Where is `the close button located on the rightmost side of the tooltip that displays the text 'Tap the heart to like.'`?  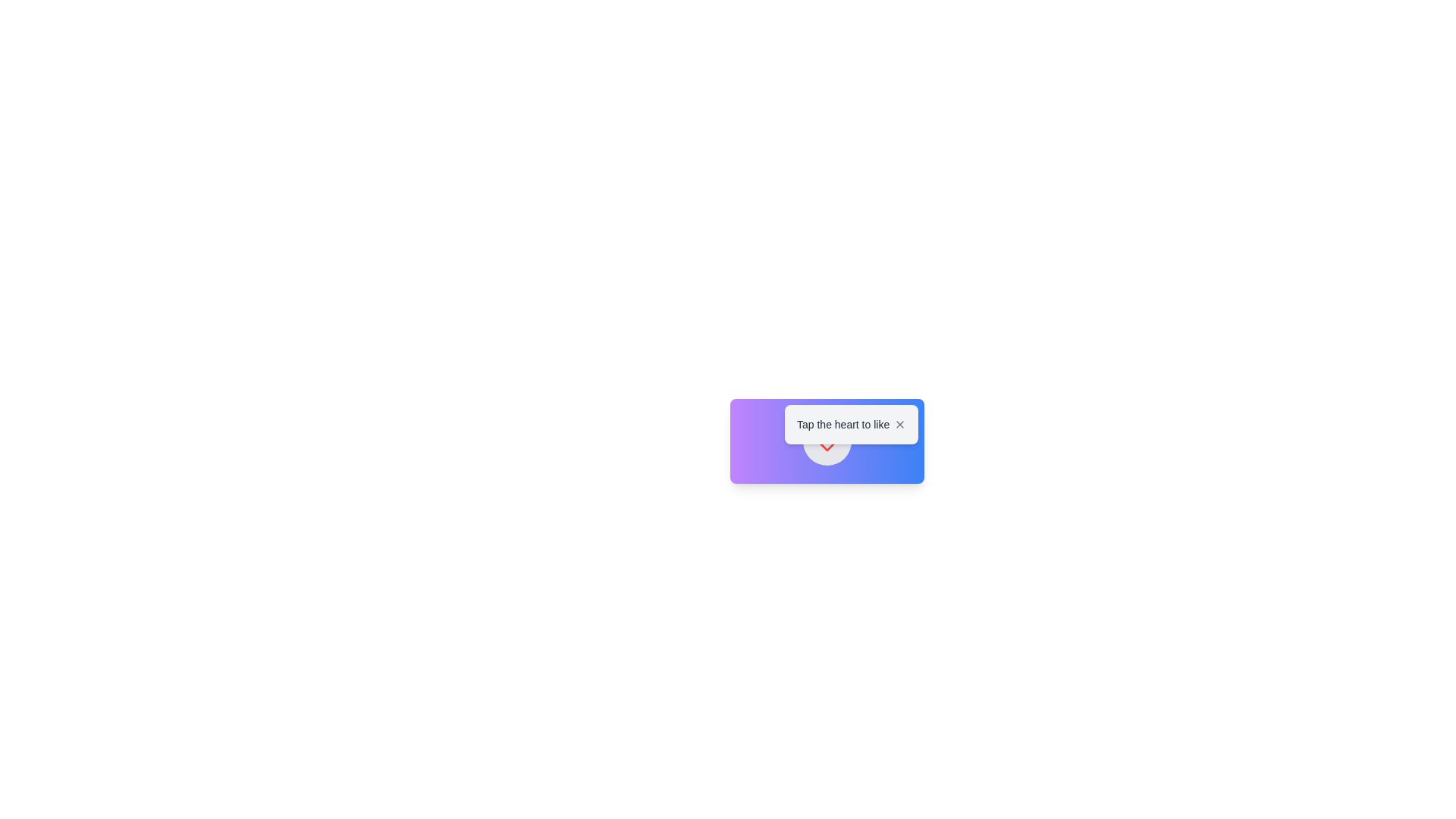 the close button located on the rightmost side of the tooltip that displays the text 'Tap the heart to like.' is located at coordinates (899, 424).